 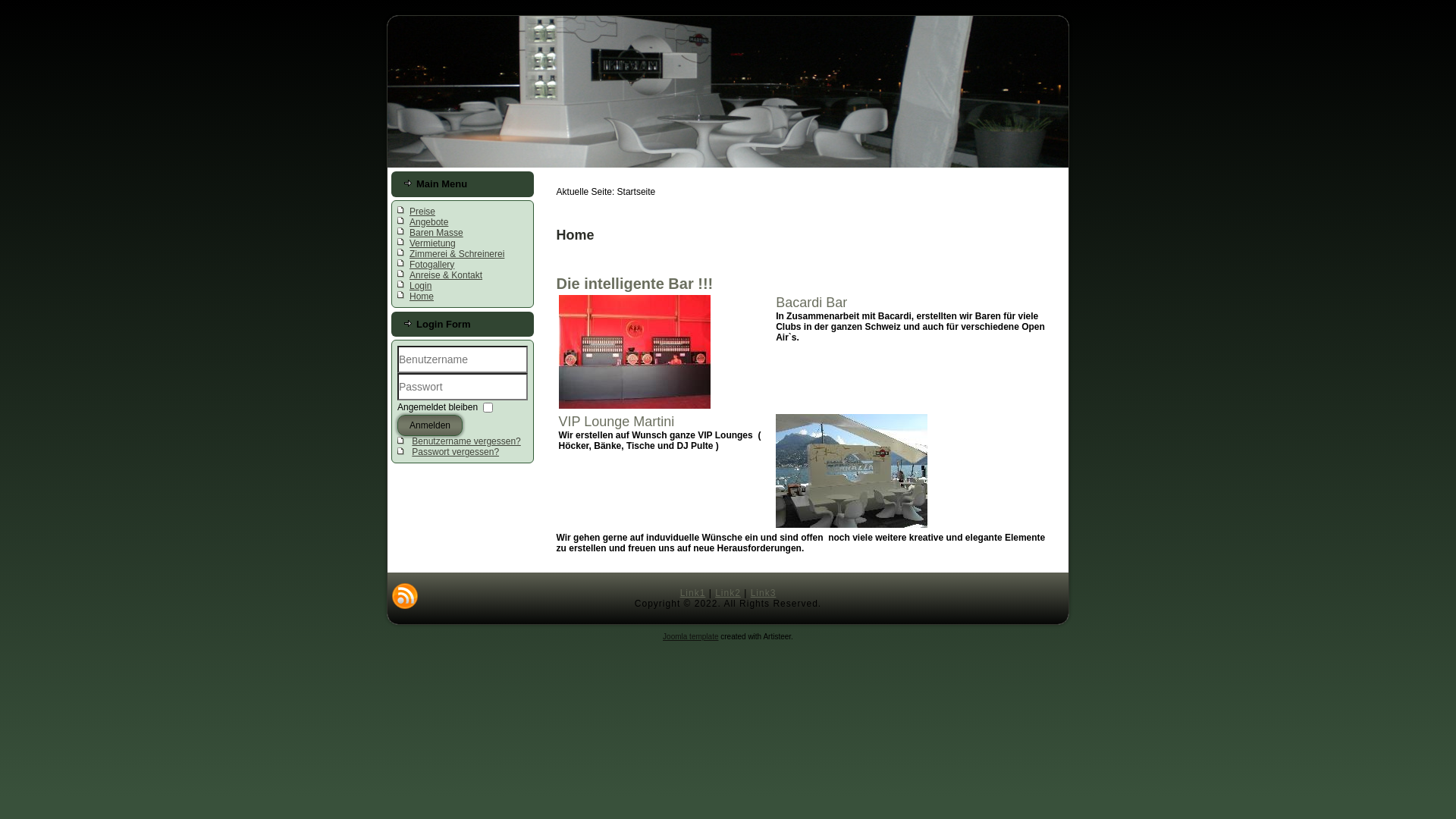 I want to click on 'Angebote', so click(x=428, y=222).